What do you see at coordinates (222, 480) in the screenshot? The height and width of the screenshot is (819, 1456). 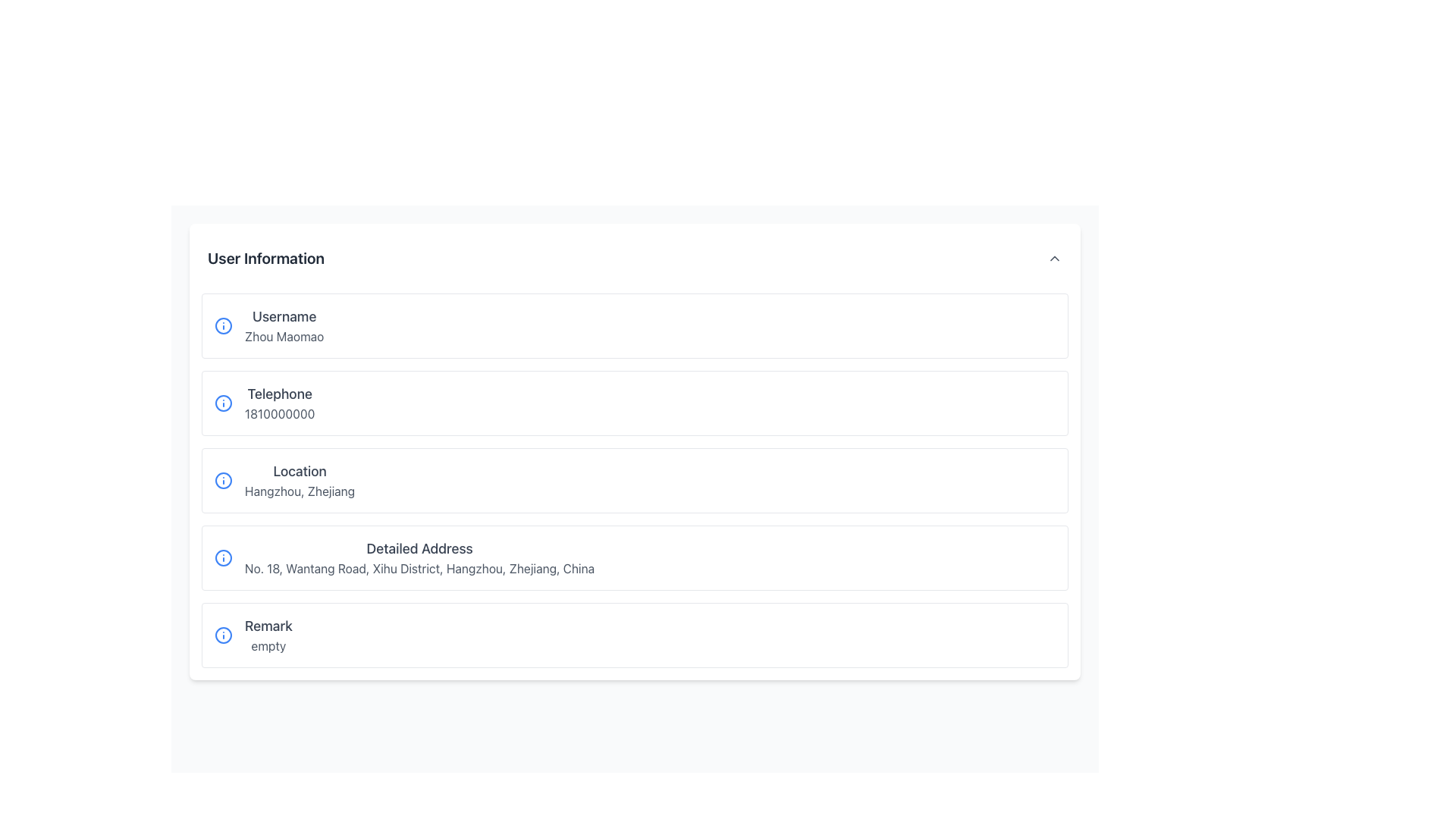 I see `the informational icon located to the left of the text 'Location' for more information` at bounding box center [222, 480].